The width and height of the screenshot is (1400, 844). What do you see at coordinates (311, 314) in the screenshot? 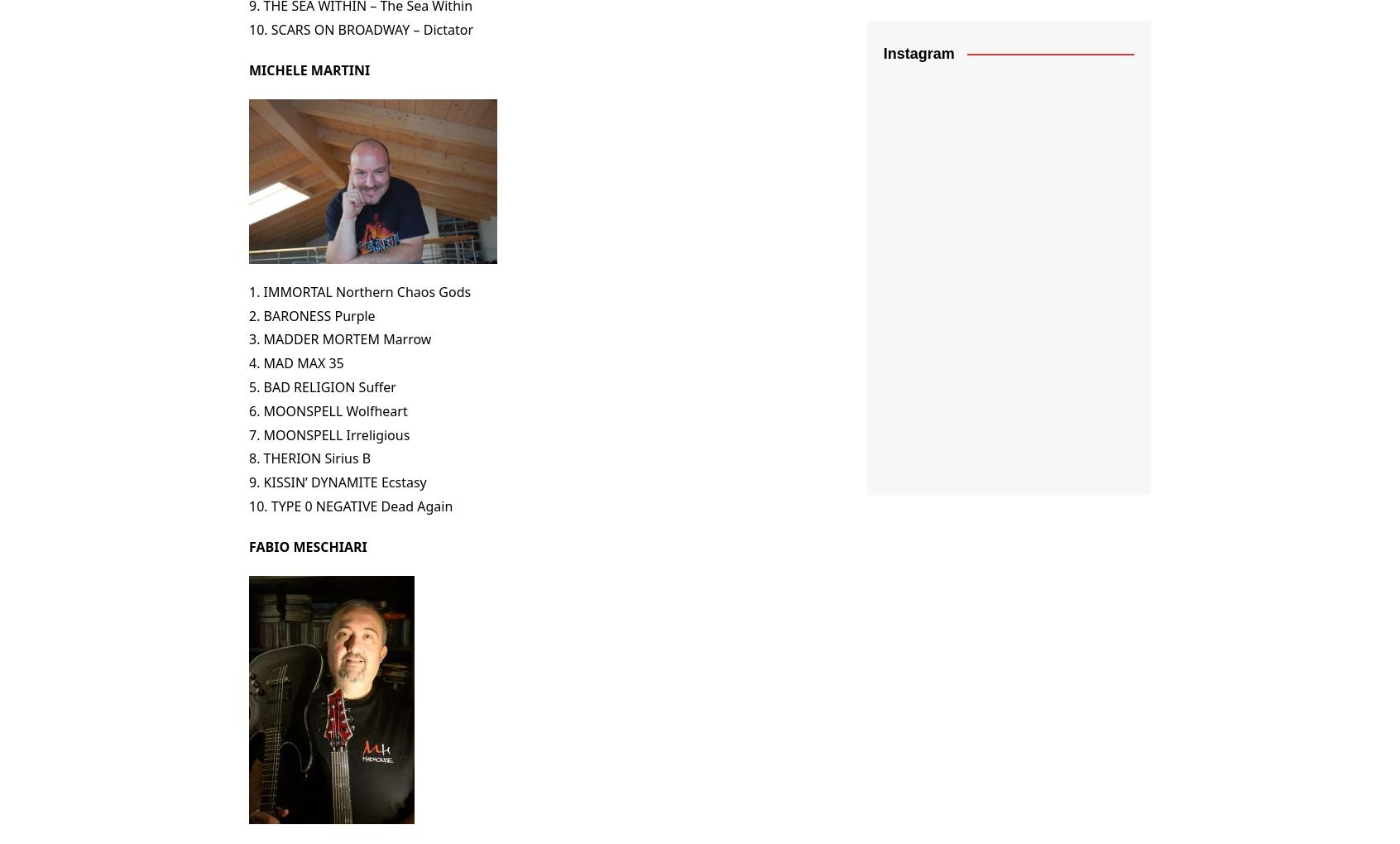
I see `'2. BARONESS Purple'` at bounding box center [311, 314].